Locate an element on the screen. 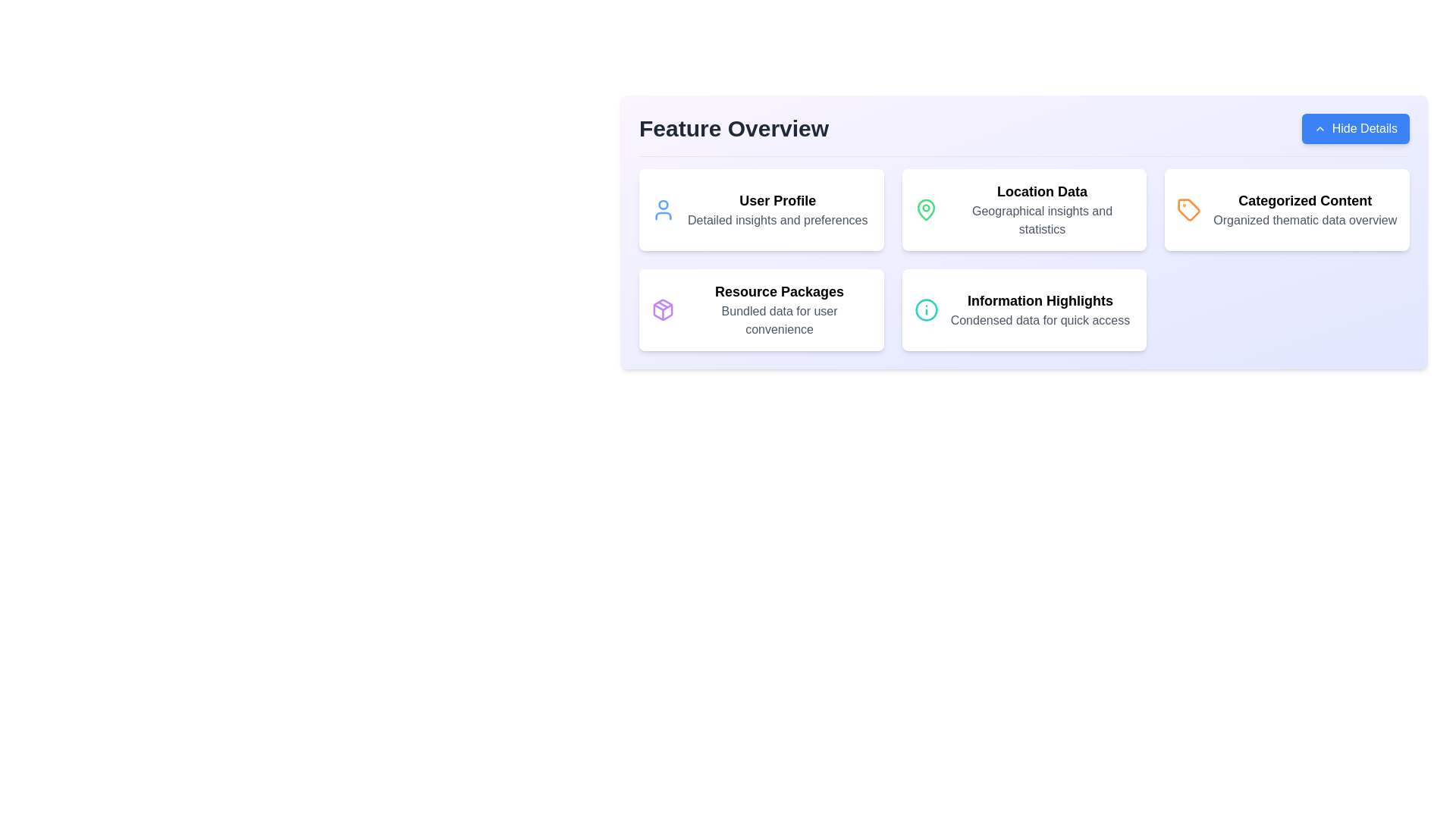 Image resolution: width=1456 pixels, height=819 pixels. the associated information in context is located at coordinates (1304, 210).